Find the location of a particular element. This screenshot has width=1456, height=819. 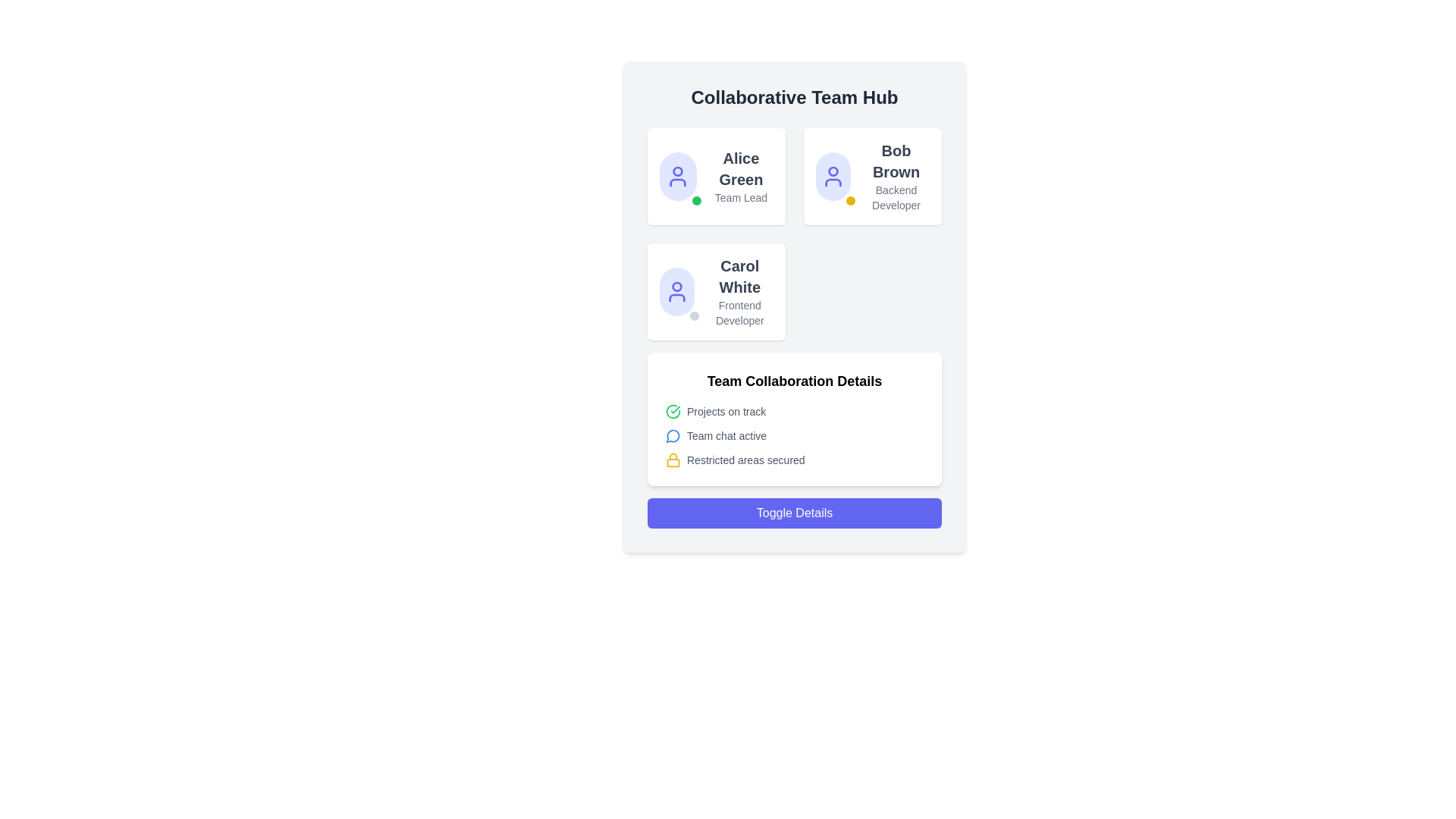

displayed name 'Bob Brown' from the static text label in the second employee card located in the top-right quadrant of the user interface is located at coordinates (896, 161).